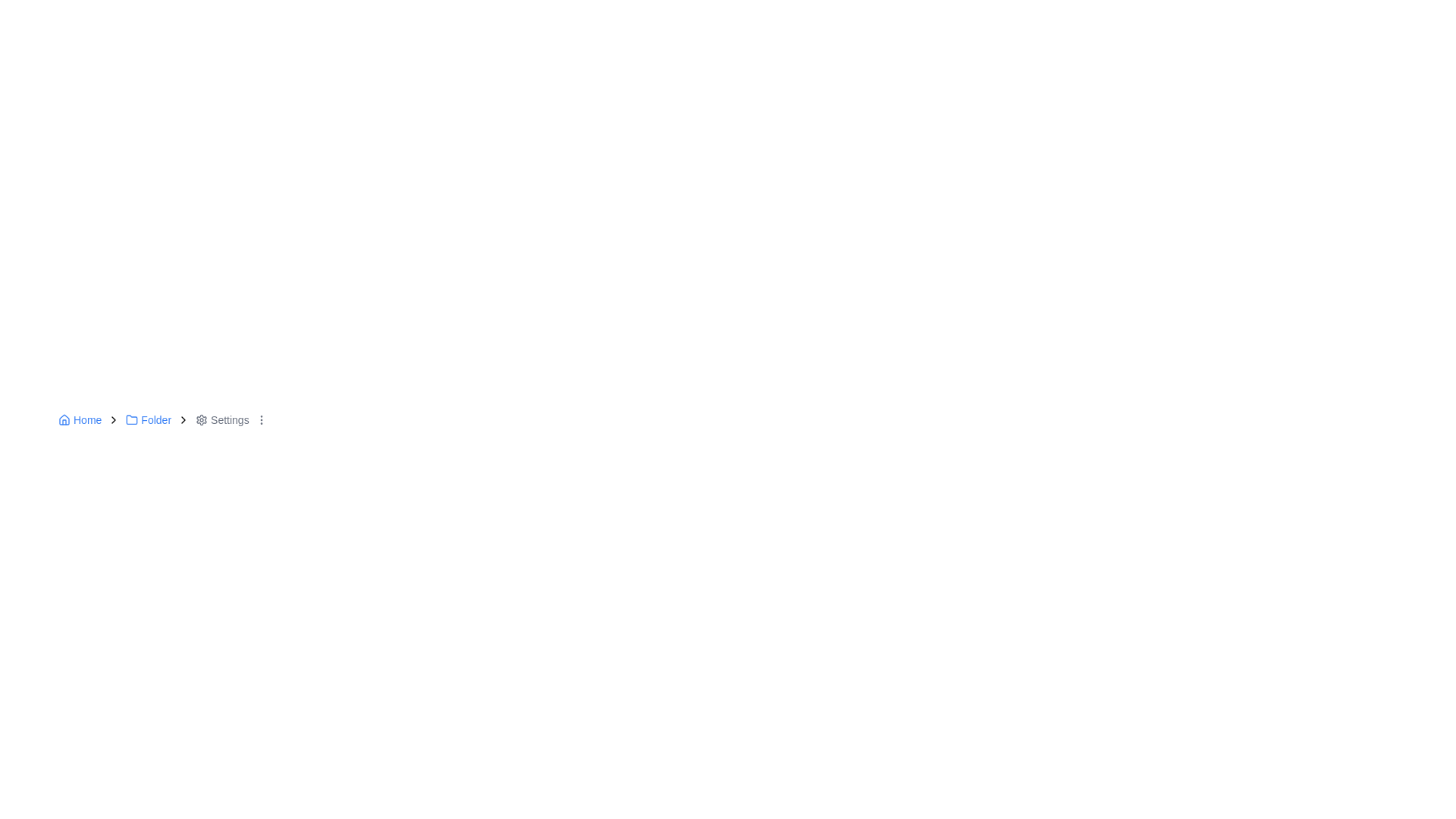  I want to click on the small right-facing chevron icon located immediately after the text 'Home' in the breadcrumb navigation bar, so click(113, 420).